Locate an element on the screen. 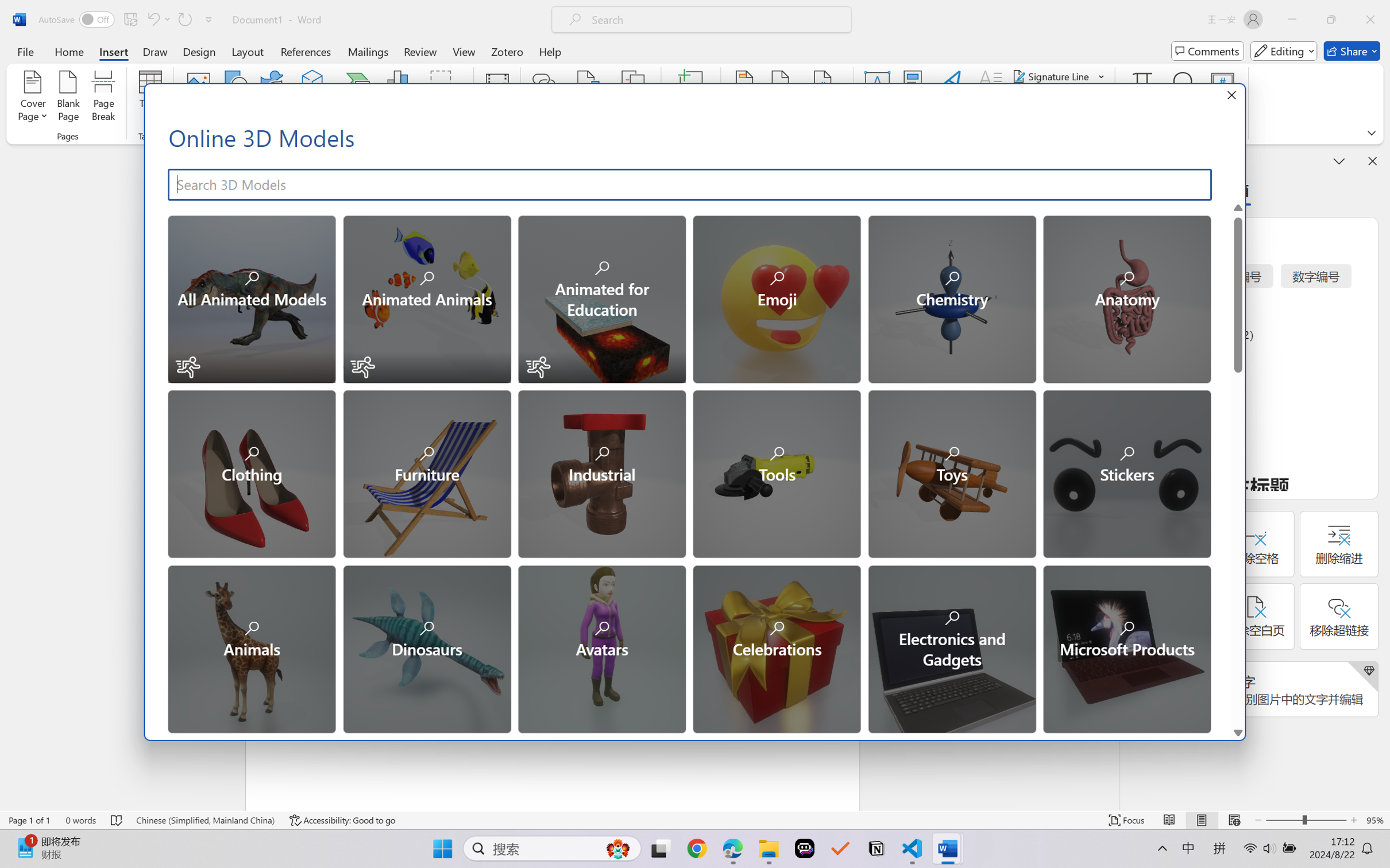  'Furniture' is located at coordinates (425, 472).